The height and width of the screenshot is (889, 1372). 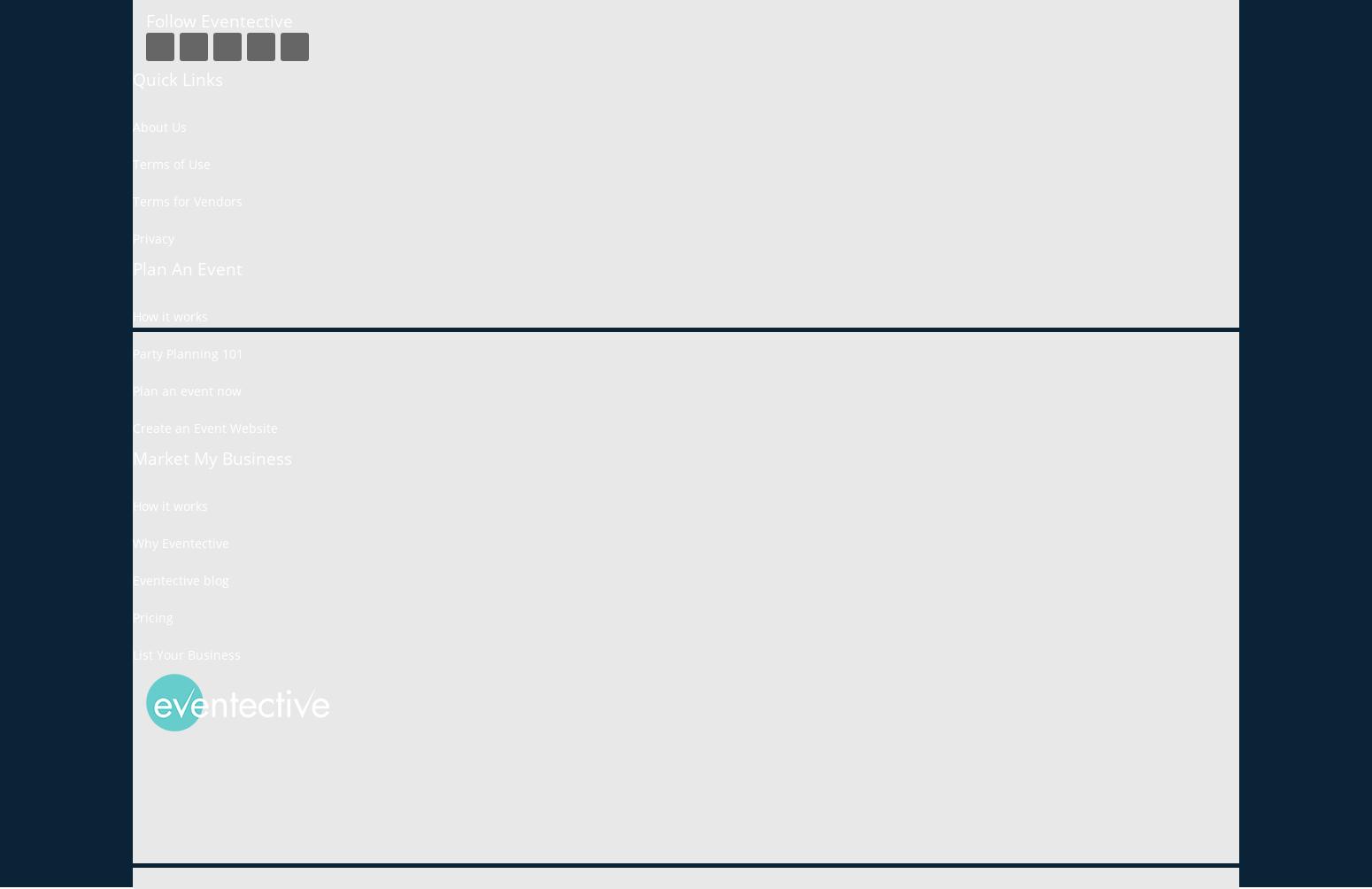 I want to click on 'Follow Eventective', so click(x=220, y=20).